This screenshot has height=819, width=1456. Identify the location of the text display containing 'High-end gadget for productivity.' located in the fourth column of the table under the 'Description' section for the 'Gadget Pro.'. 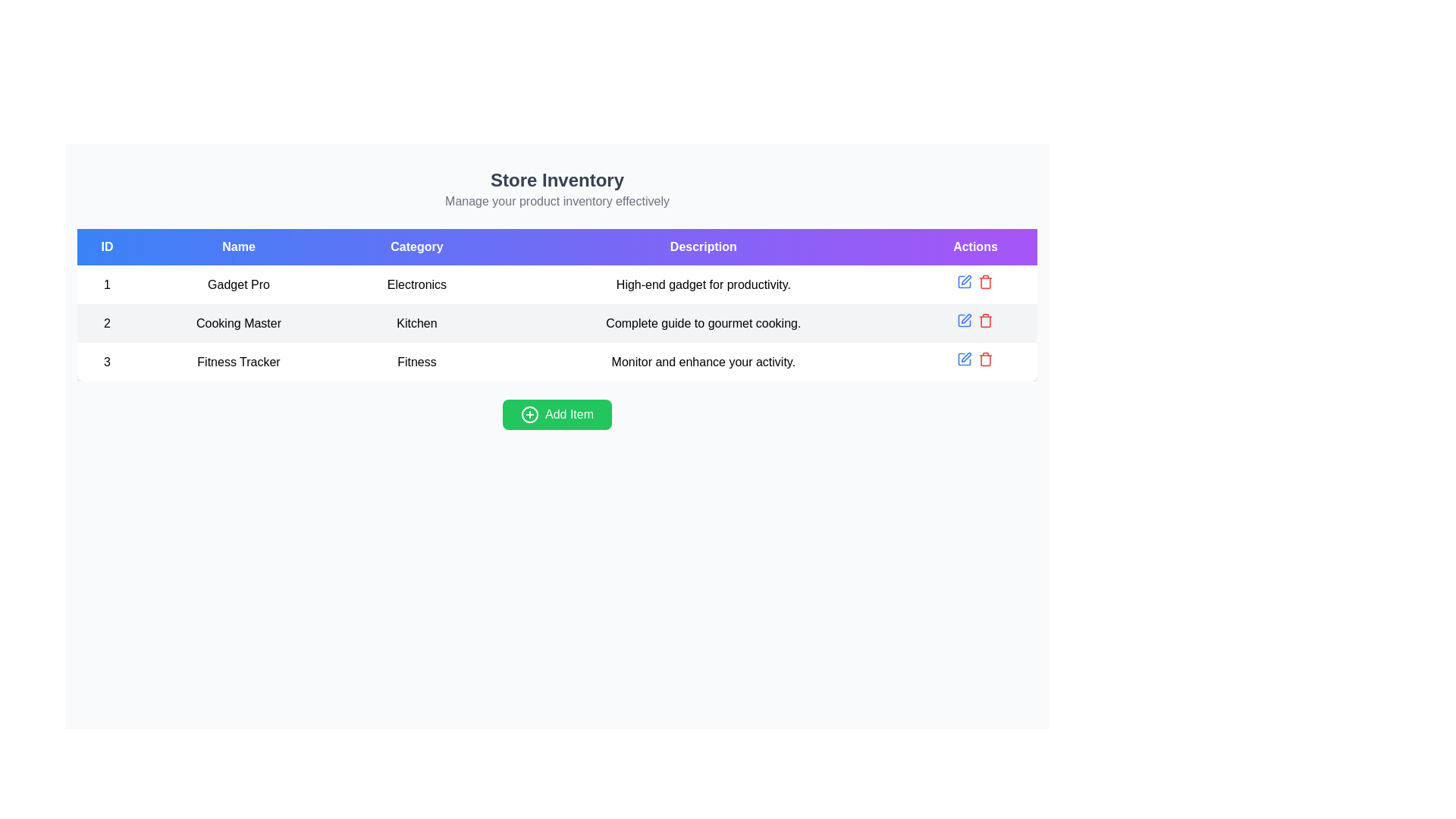
(702, 284).